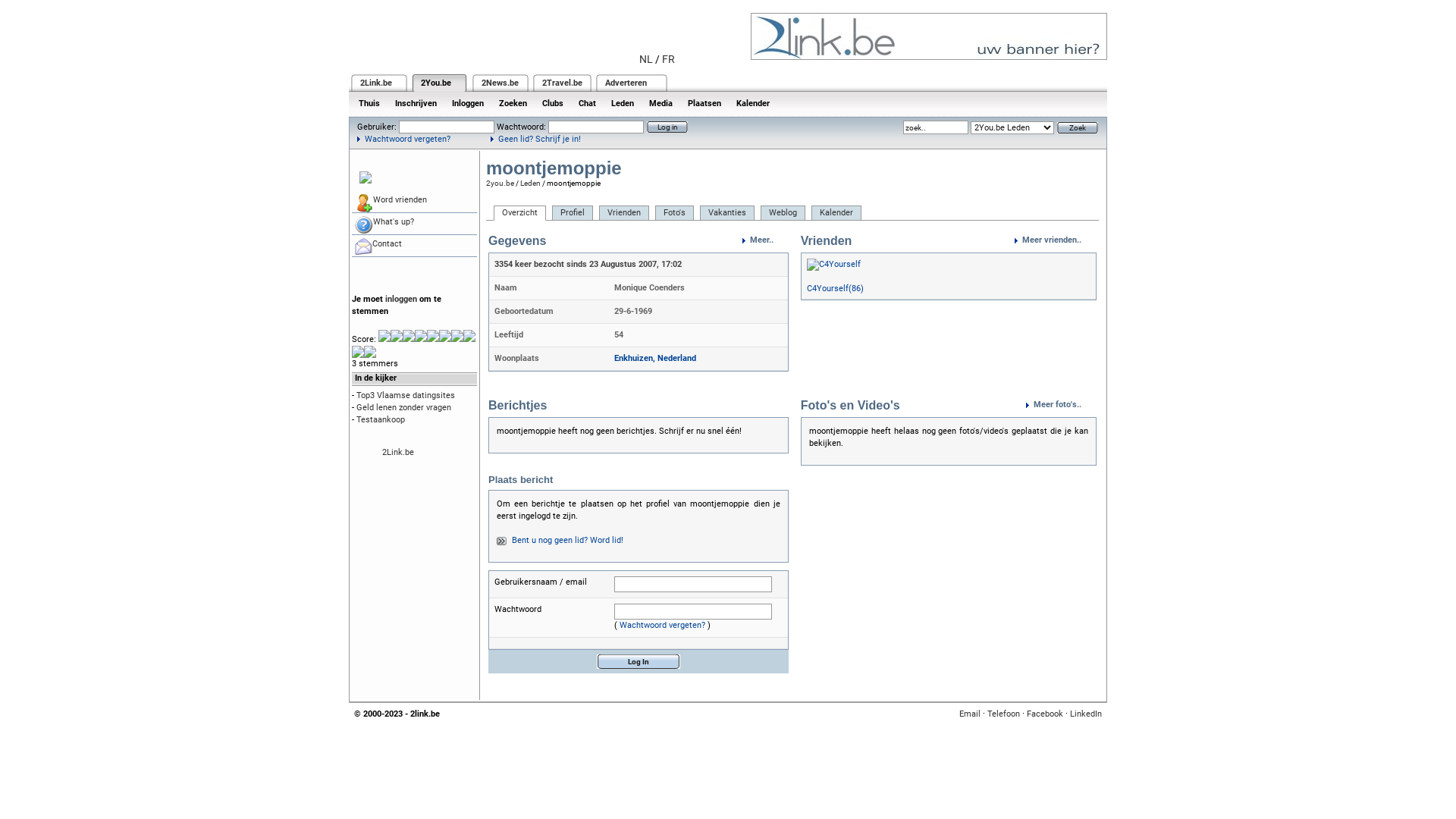  Describe the element at coordinates (834, 288) in the screenshot. I see `'C4Yourself(86)'` at that location.